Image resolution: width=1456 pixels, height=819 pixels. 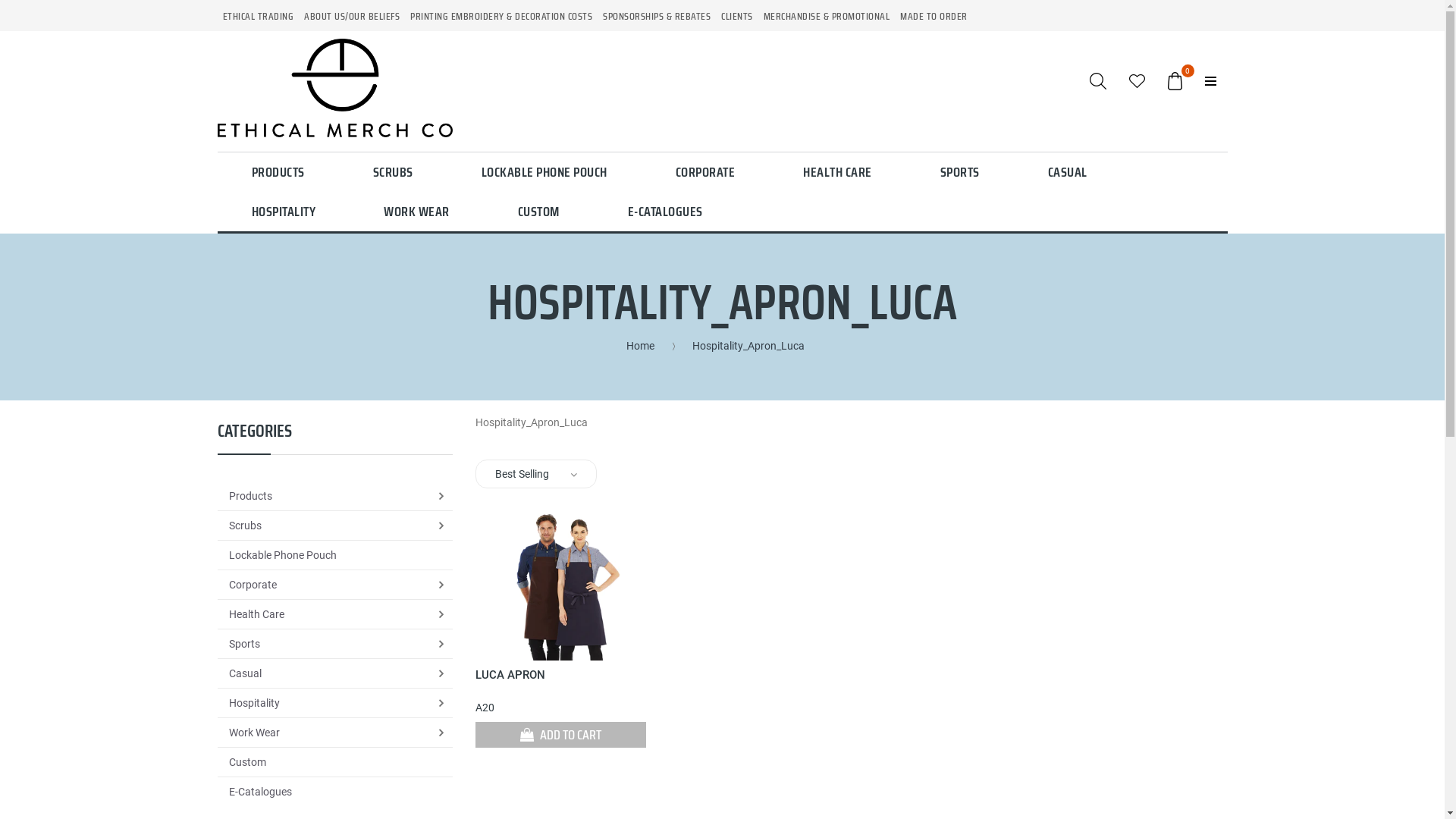 I want to click on 'CUSTOM', so click(x=538, y=211).